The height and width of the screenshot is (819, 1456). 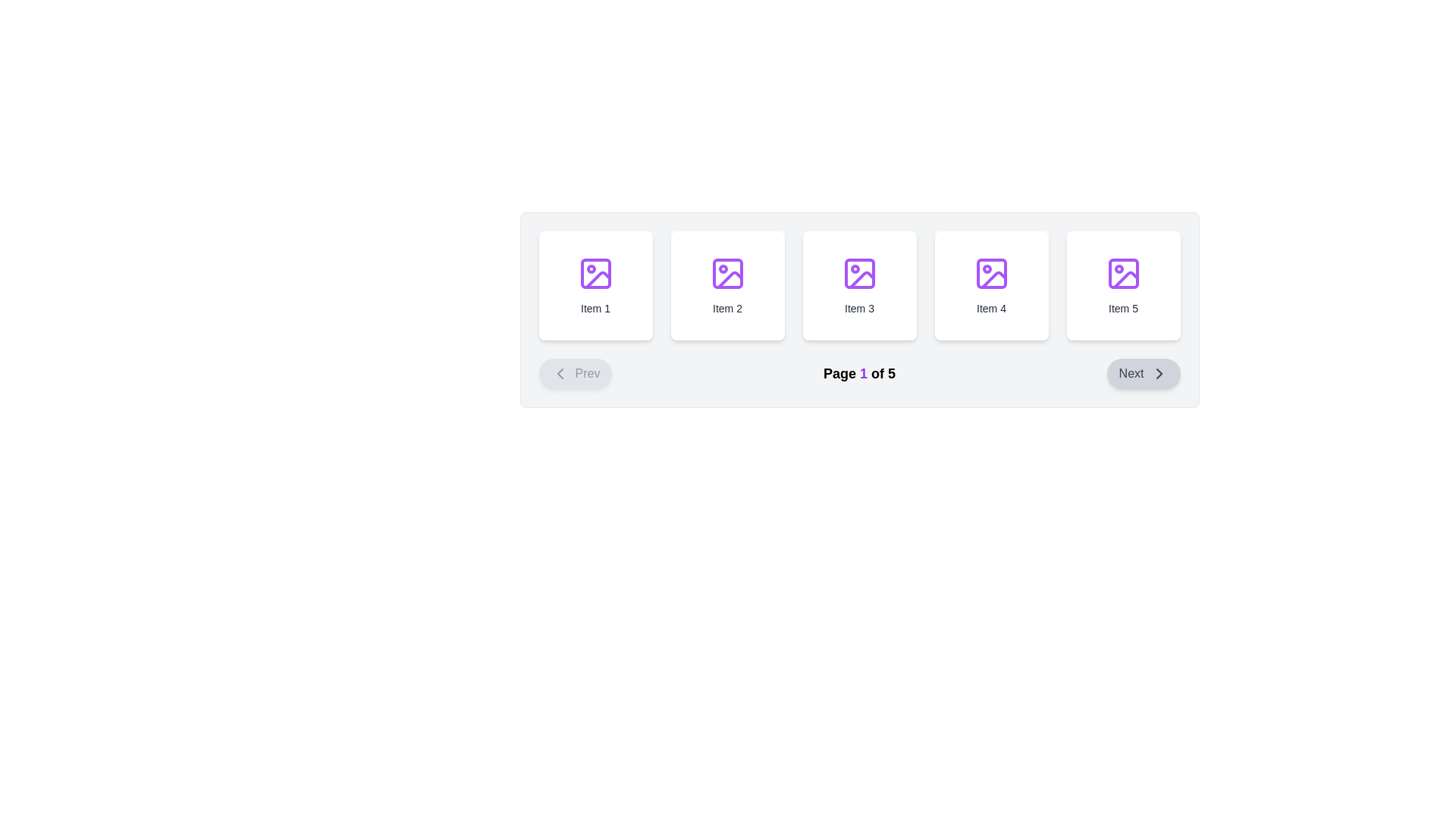 What do you see at coordinates (1131, 374) in the screenshot?
I see `the 'Next' button by clicking on the associated text label located at the bottom-right corner of the interface, positioned to the left of the arrow icon` at bounding box center [1131, 374].